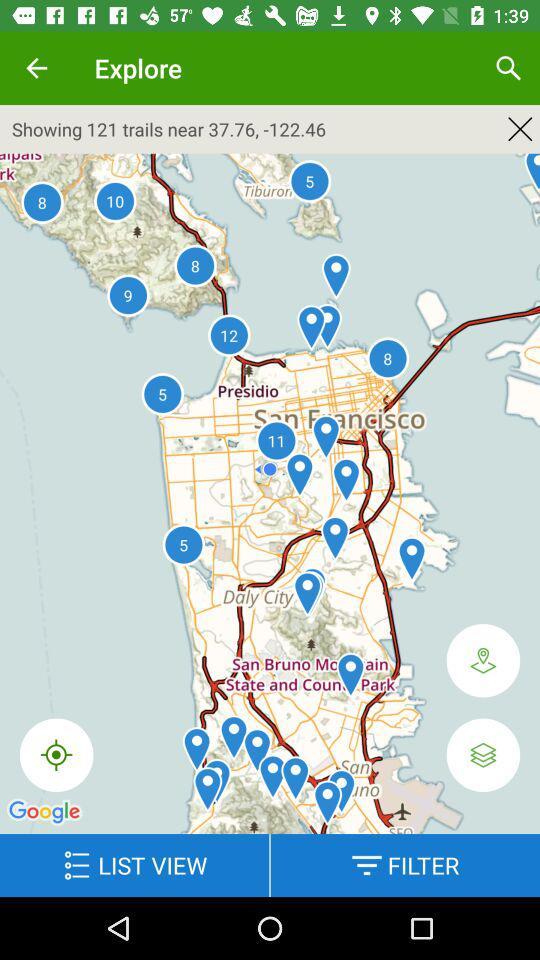 The width and height of the screenshot is (540, 960). I want to click on the icon below showing 121 trails item, so click(56, 754).